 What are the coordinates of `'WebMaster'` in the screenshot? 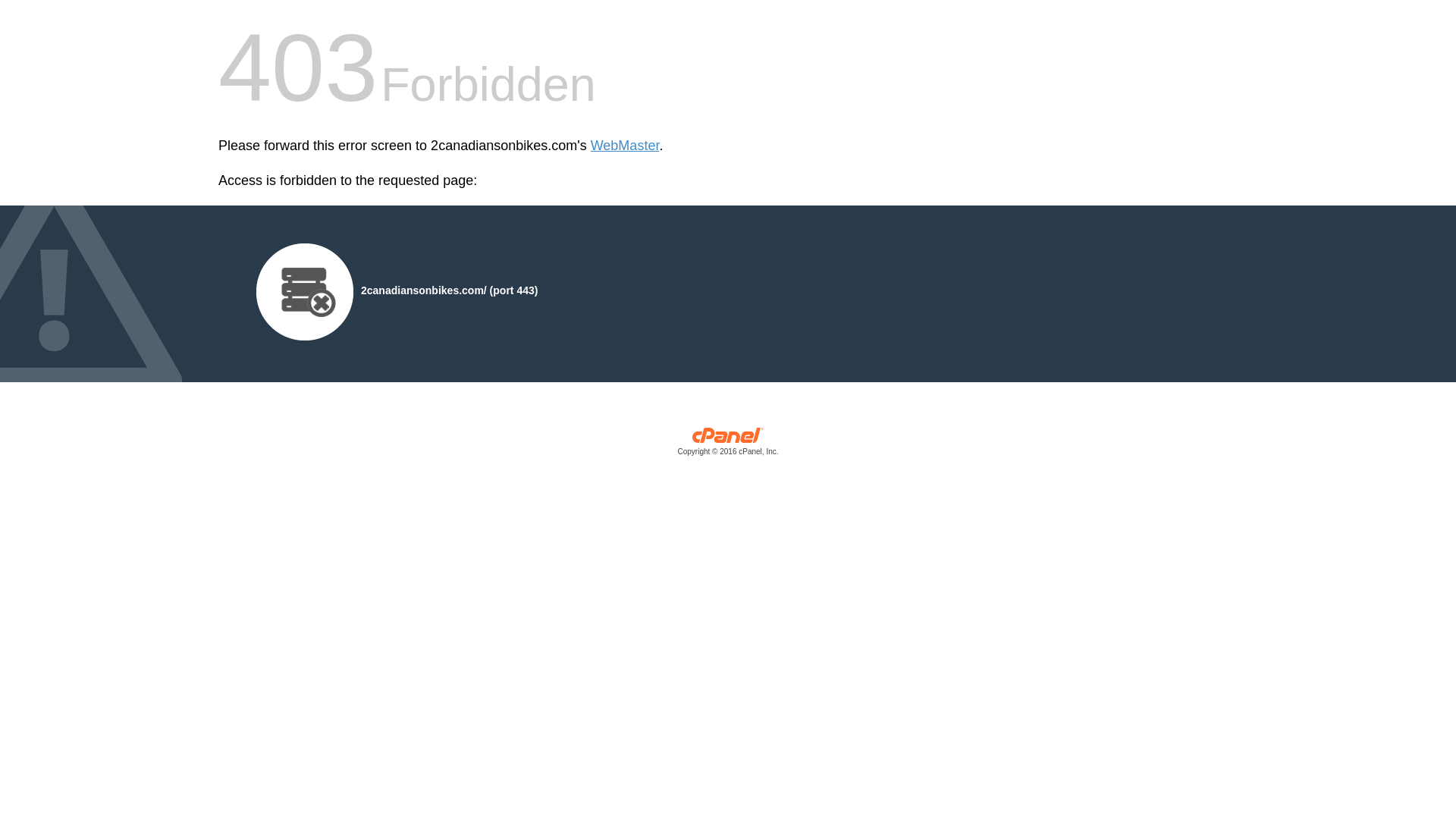 It's located at (625, 146).